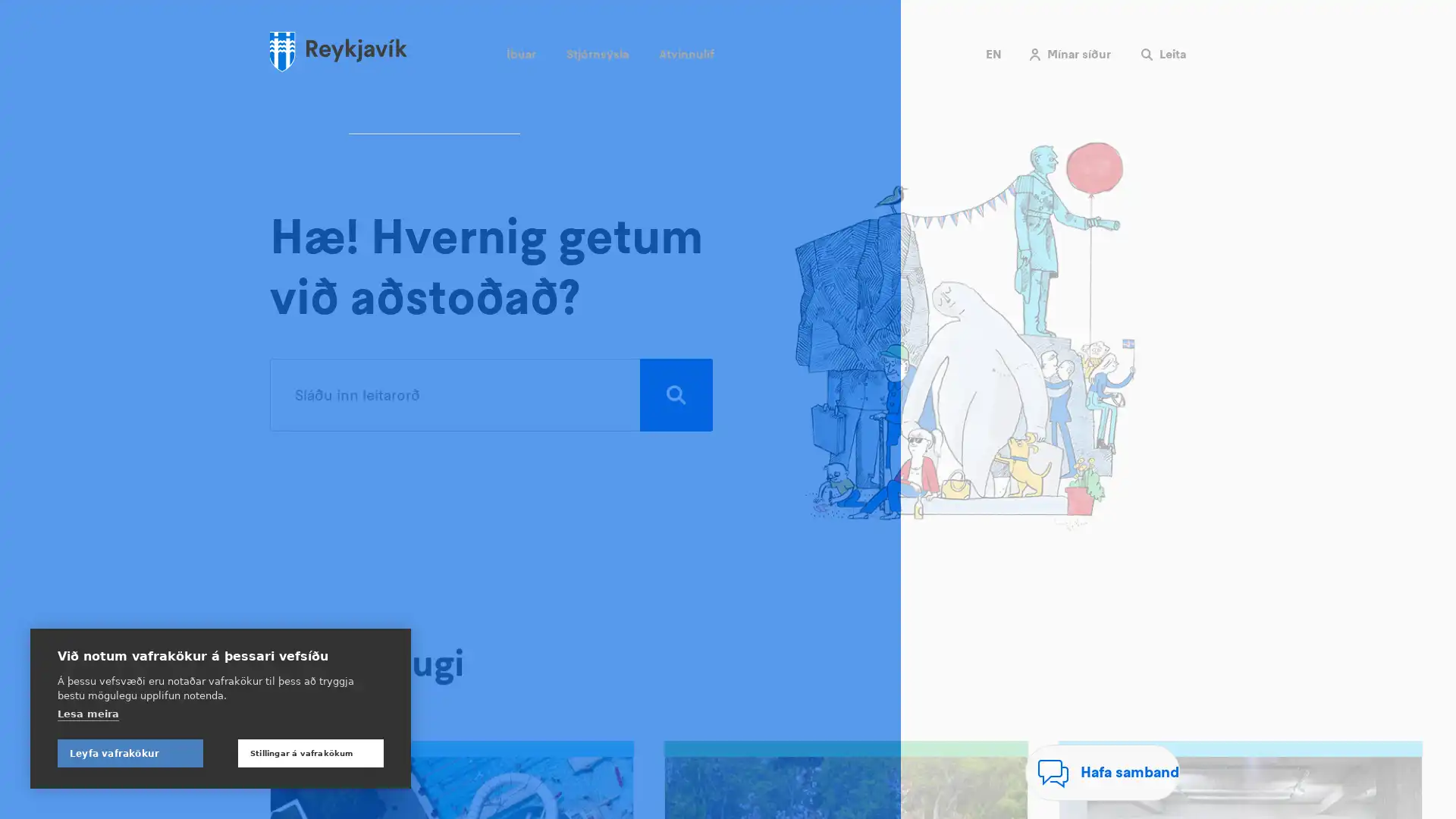 Image resolution: width=1456 pixels, height=819 pixels. I want to click on Atvinnulif, so click(686, 51).